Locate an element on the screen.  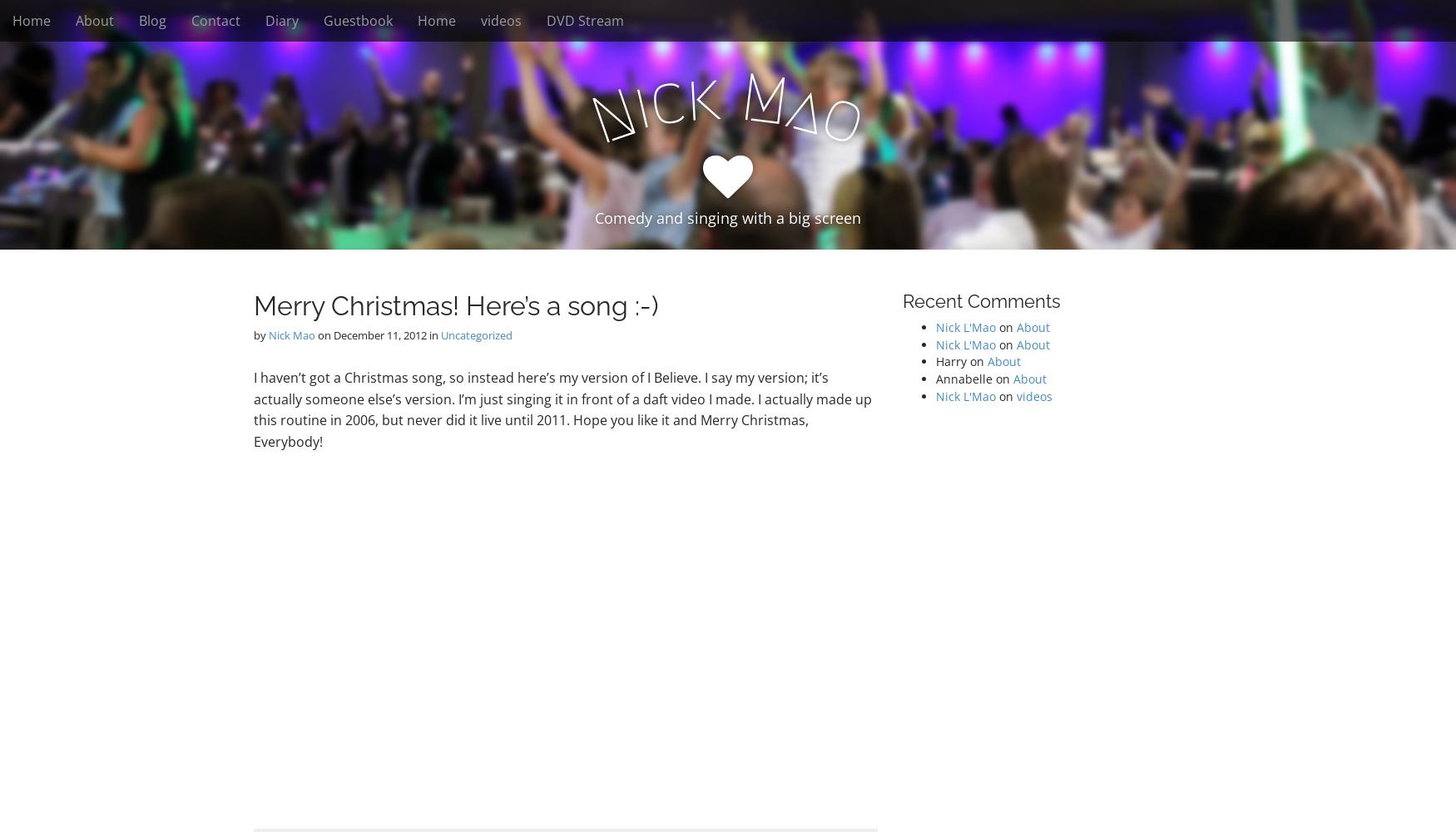
'k' is located at coordinates (683, 96).